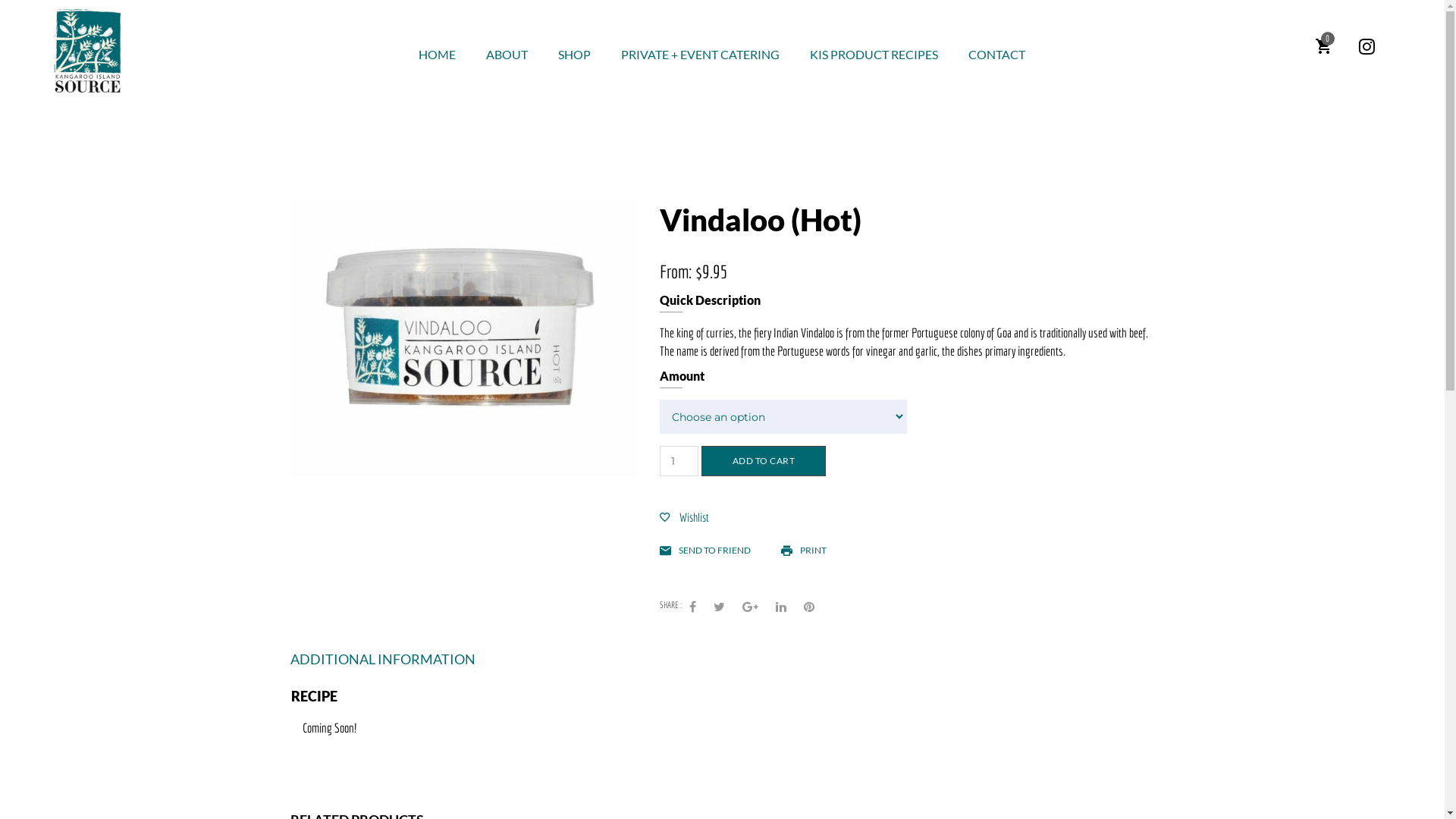 Image resolution: width=1456 pixels, height=819 pixels. Describe the element at coordinates (808, 605) in the screenshot. I see `'Pinterest'` at that location.